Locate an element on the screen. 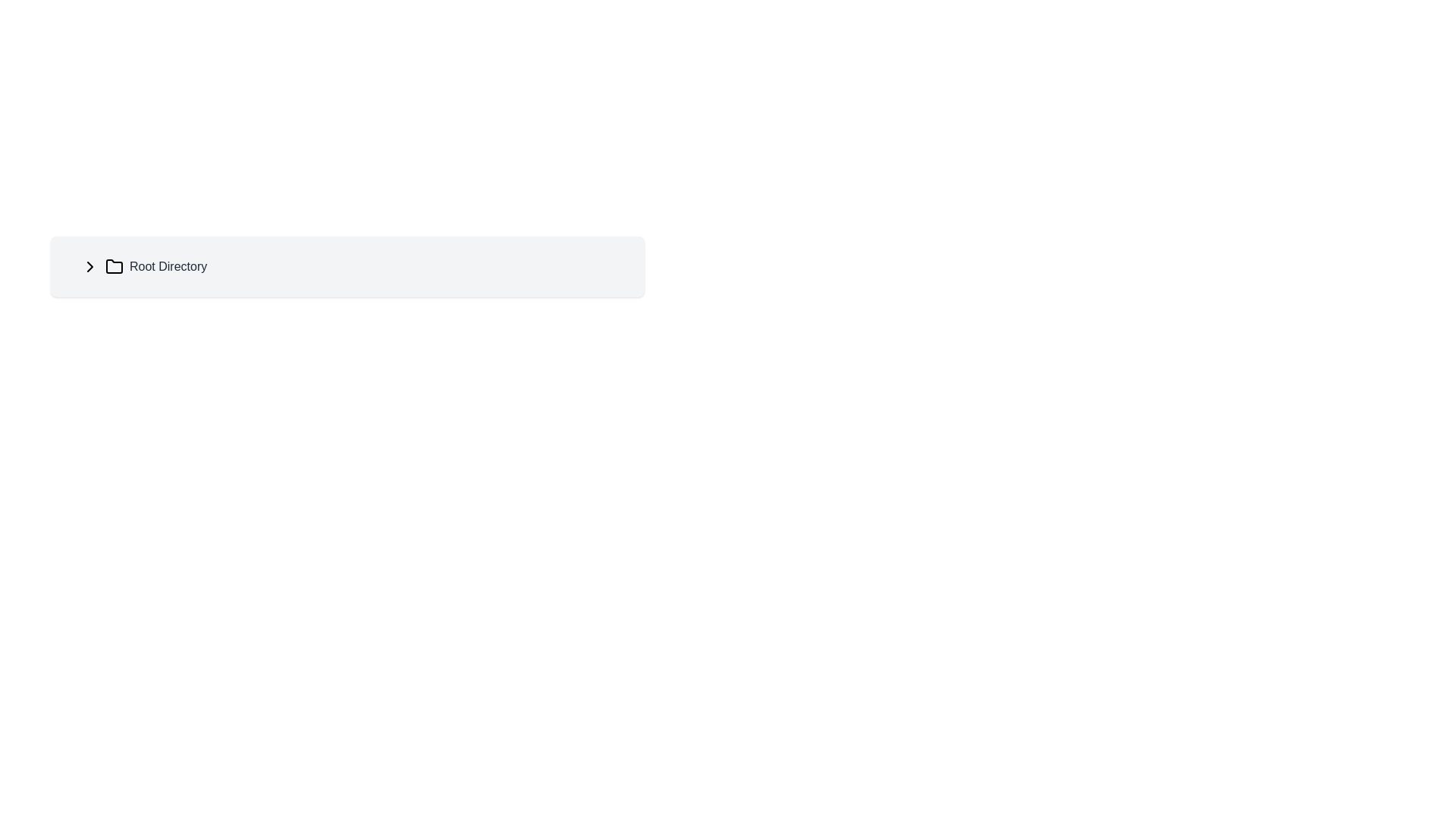 The width and height of the screenshot is (1456, 819). the minimalistic folder icon that is outlined without filled color, located to the right of a chevron arrow icon and to the left of the 'Root Directory' text label is located at coordinates (113, 265).